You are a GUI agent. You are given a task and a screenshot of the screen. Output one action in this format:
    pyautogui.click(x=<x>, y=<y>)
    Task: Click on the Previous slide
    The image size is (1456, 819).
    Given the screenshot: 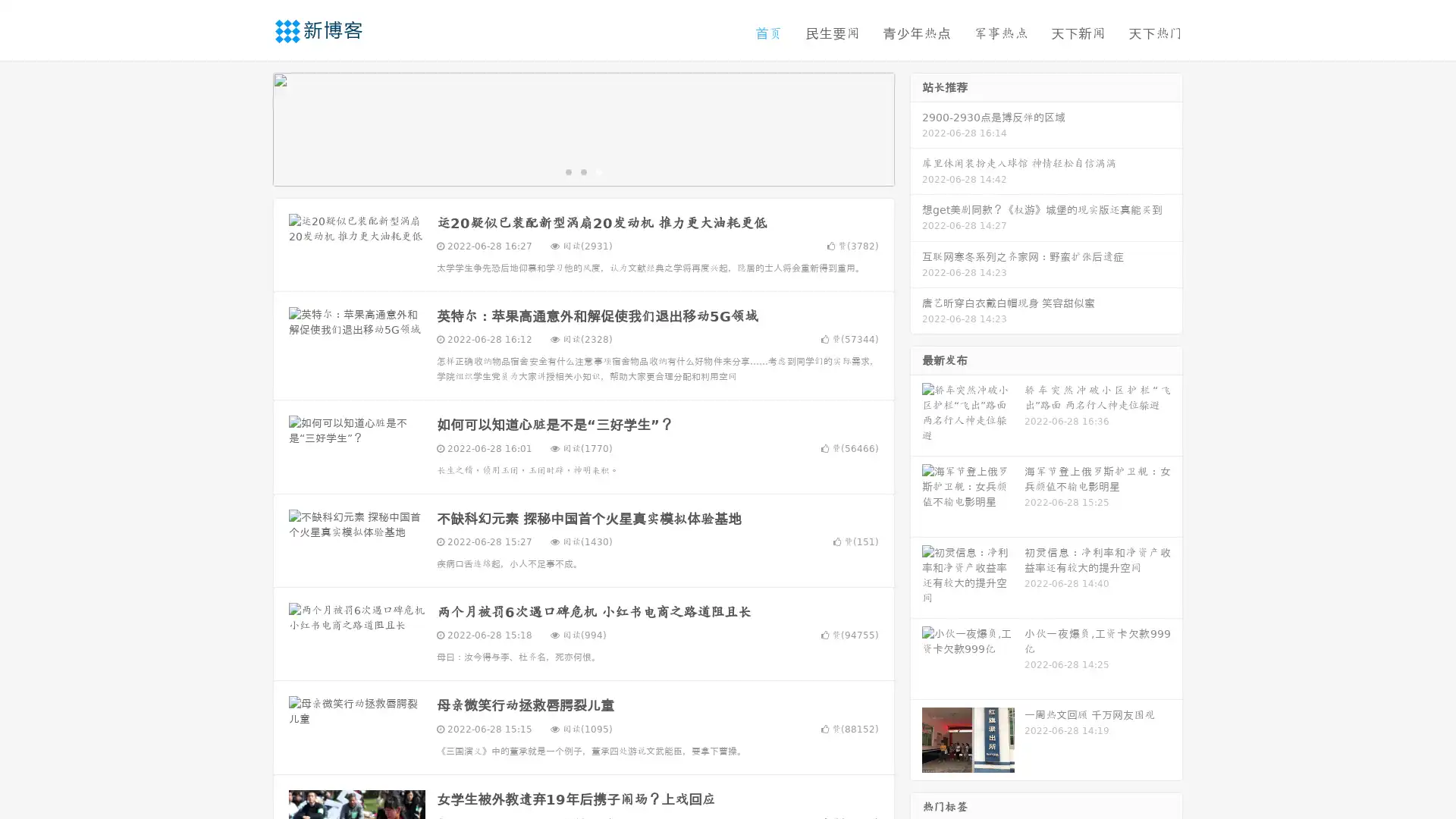 What is the action you would take?
    pyautogui.click(x=250, y=127)
    